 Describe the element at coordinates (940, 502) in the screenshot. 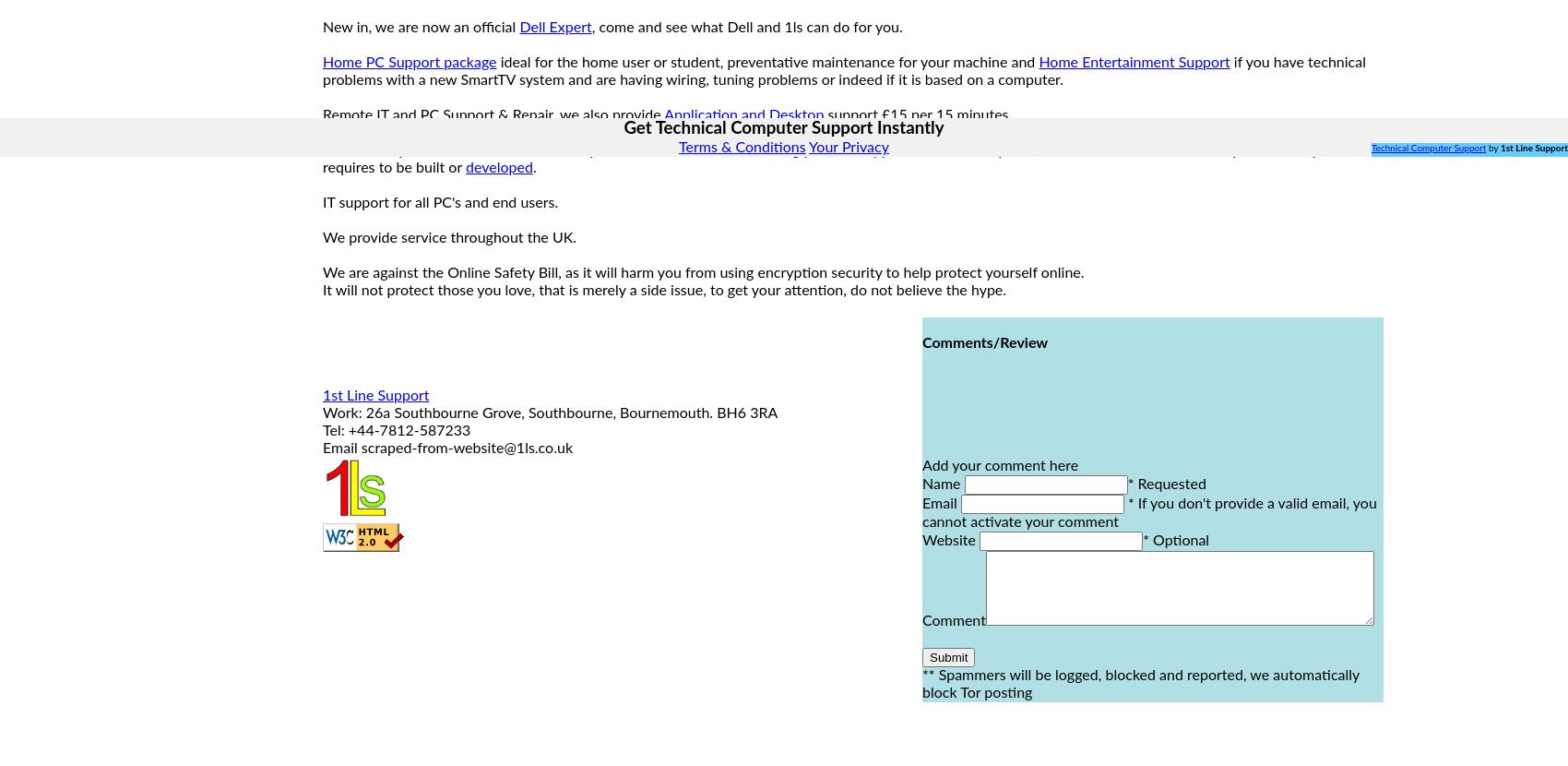

I see `'Email'` at that location.